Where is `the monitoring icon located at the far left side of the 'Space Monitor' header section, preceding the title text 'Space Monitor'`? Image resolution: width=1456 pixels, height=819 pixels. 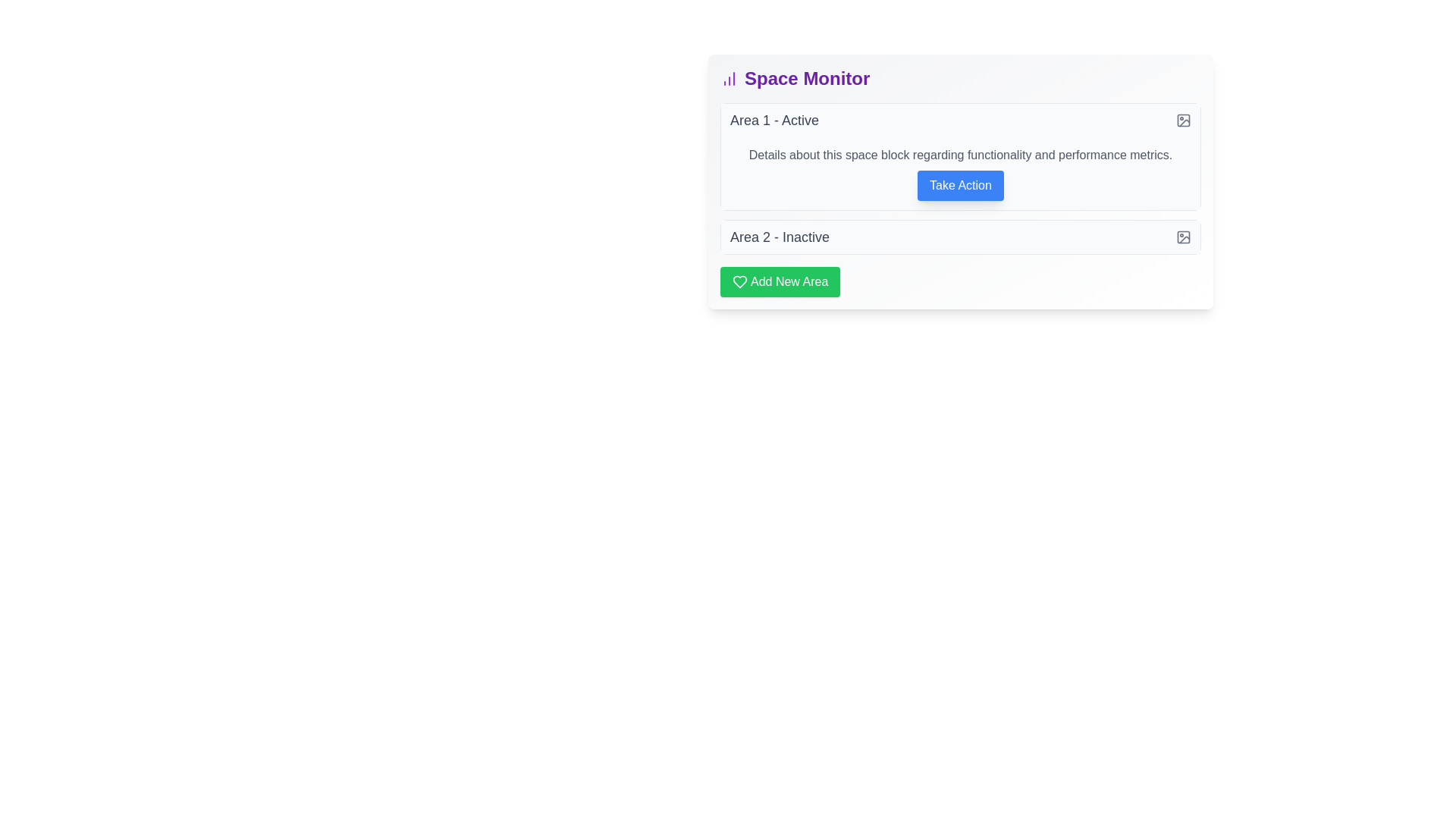 the monitoring icon located at the far left side of the 'Space Monitor' header section, preceding the title text 'Space Monitor' is located at coordinates (729, 79).